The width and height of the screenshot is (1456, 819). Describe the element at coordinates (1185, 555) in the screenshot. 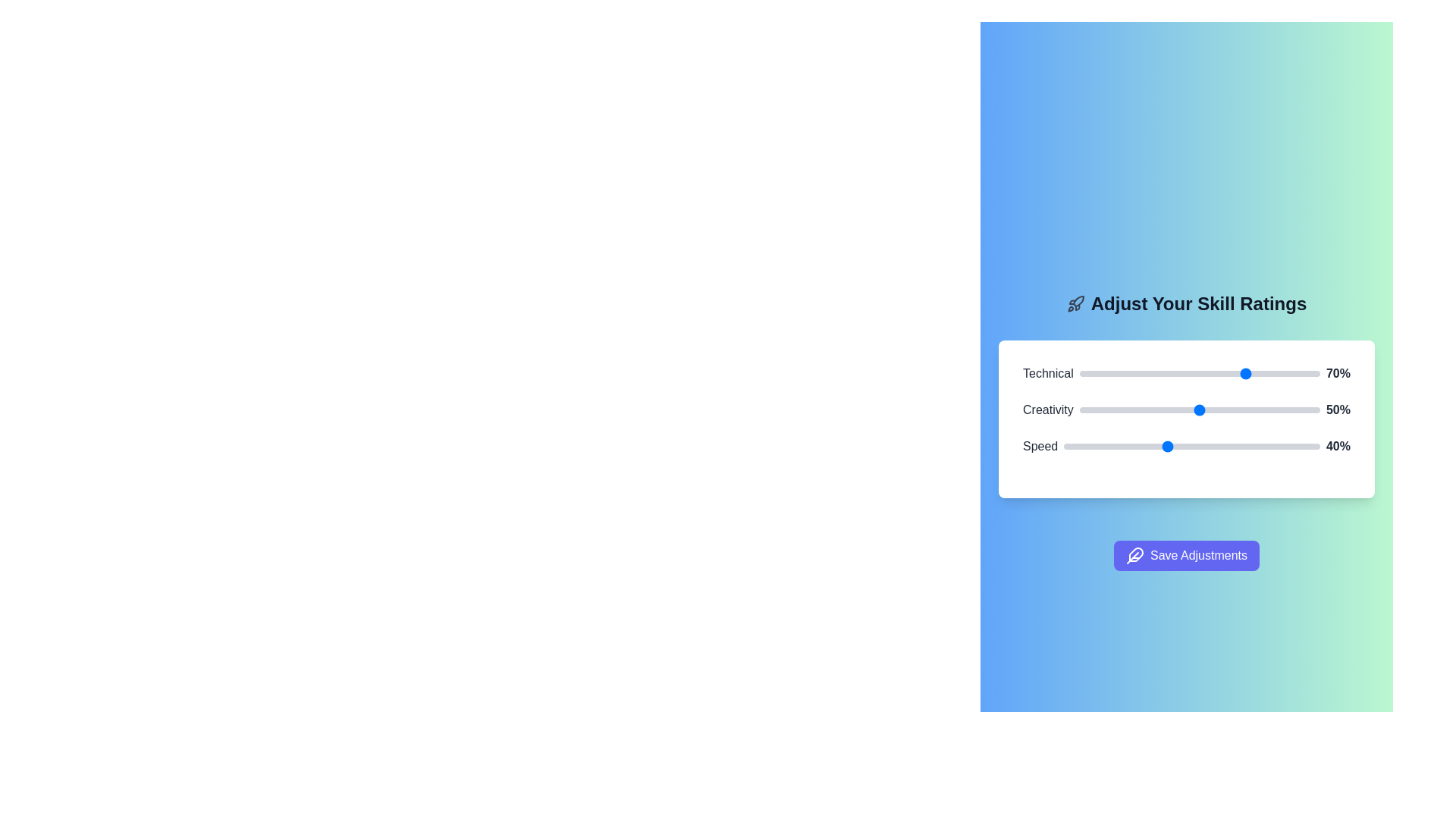

I see `the 'Save Adjustments' button` at that location.